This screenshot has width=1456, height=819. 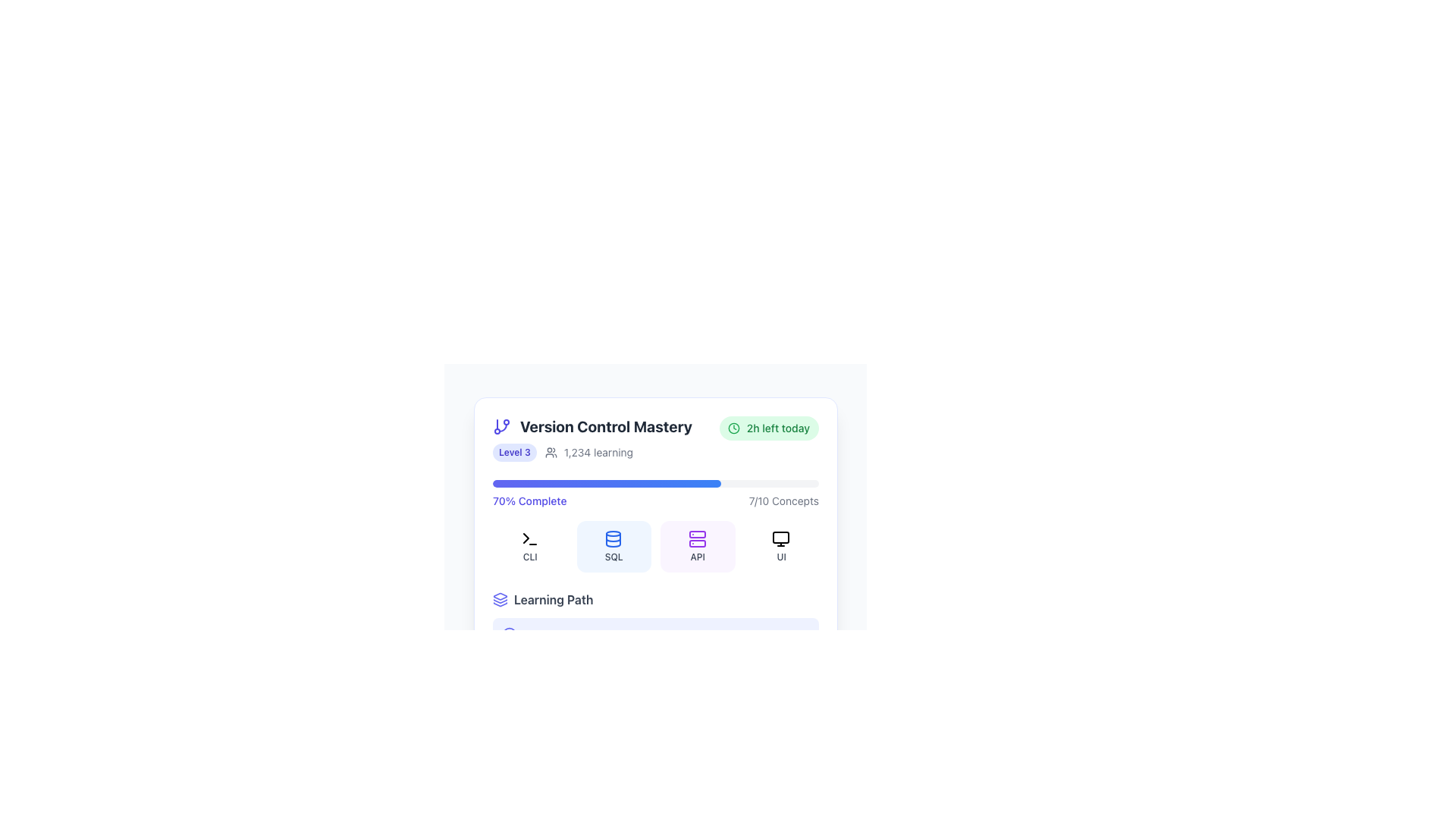 What do you see at coordinates (783, 500) in the screenshot?
I see `text content of the static text component displaying '7/10 Concepts', which is styled in a gray font and located to the right of the progress bar labeled '70% Complete'` at bounding box center [783, 500].